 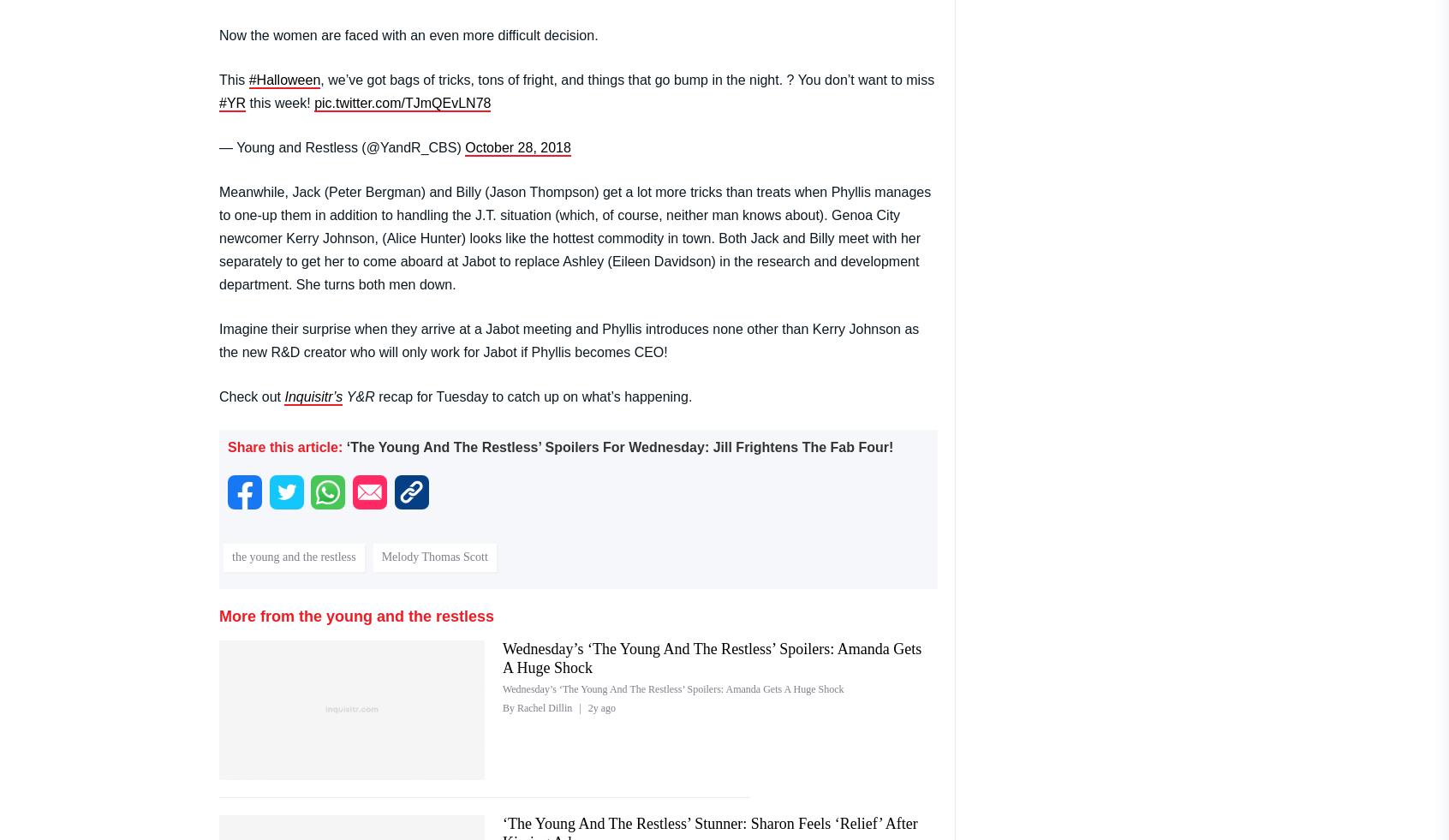 I want to click on 'More from the young and the restless', so click(x=356, y=615).